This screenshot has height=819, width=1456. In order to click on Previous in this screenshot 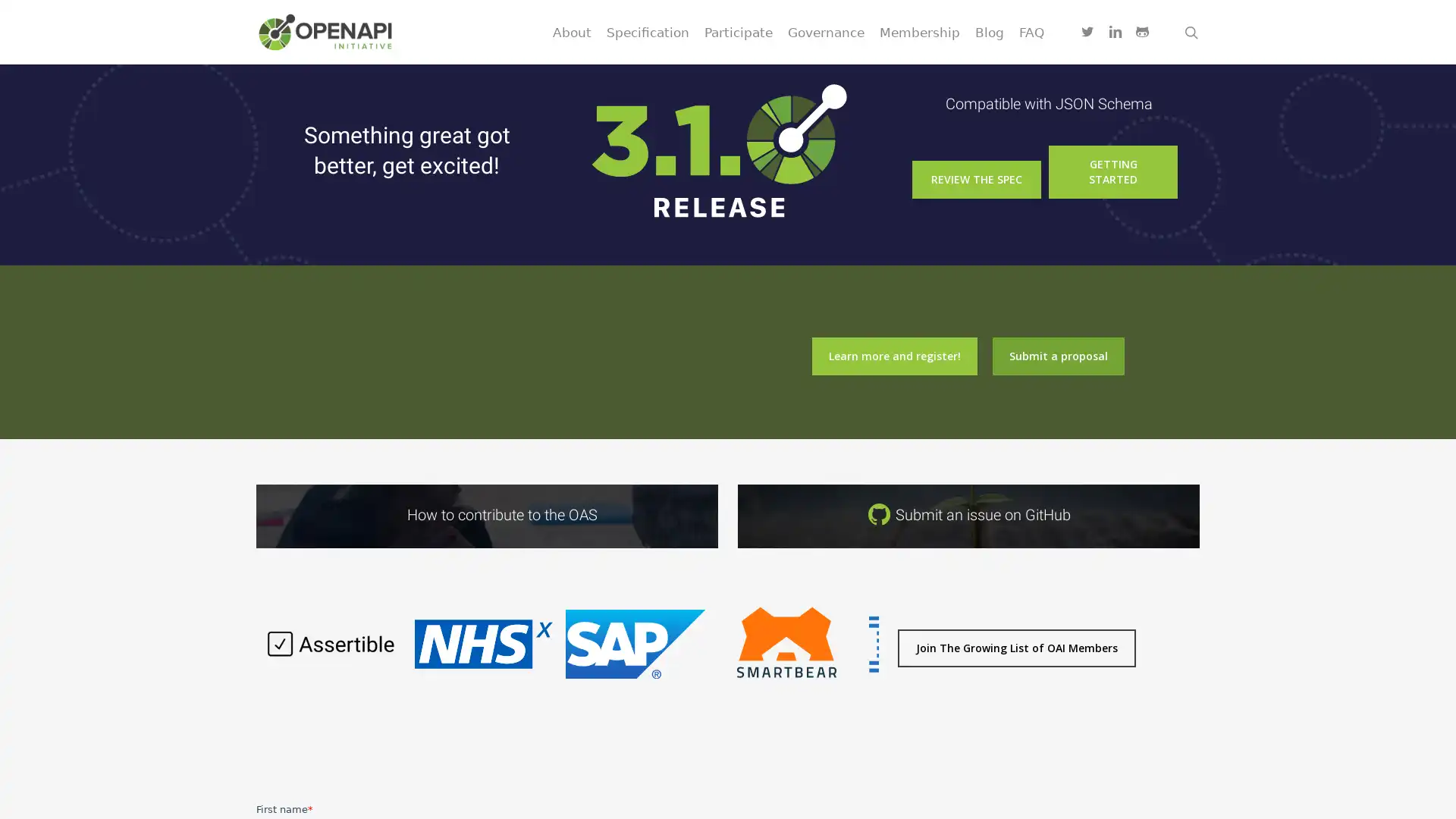, I will do `click(247, 651)`.